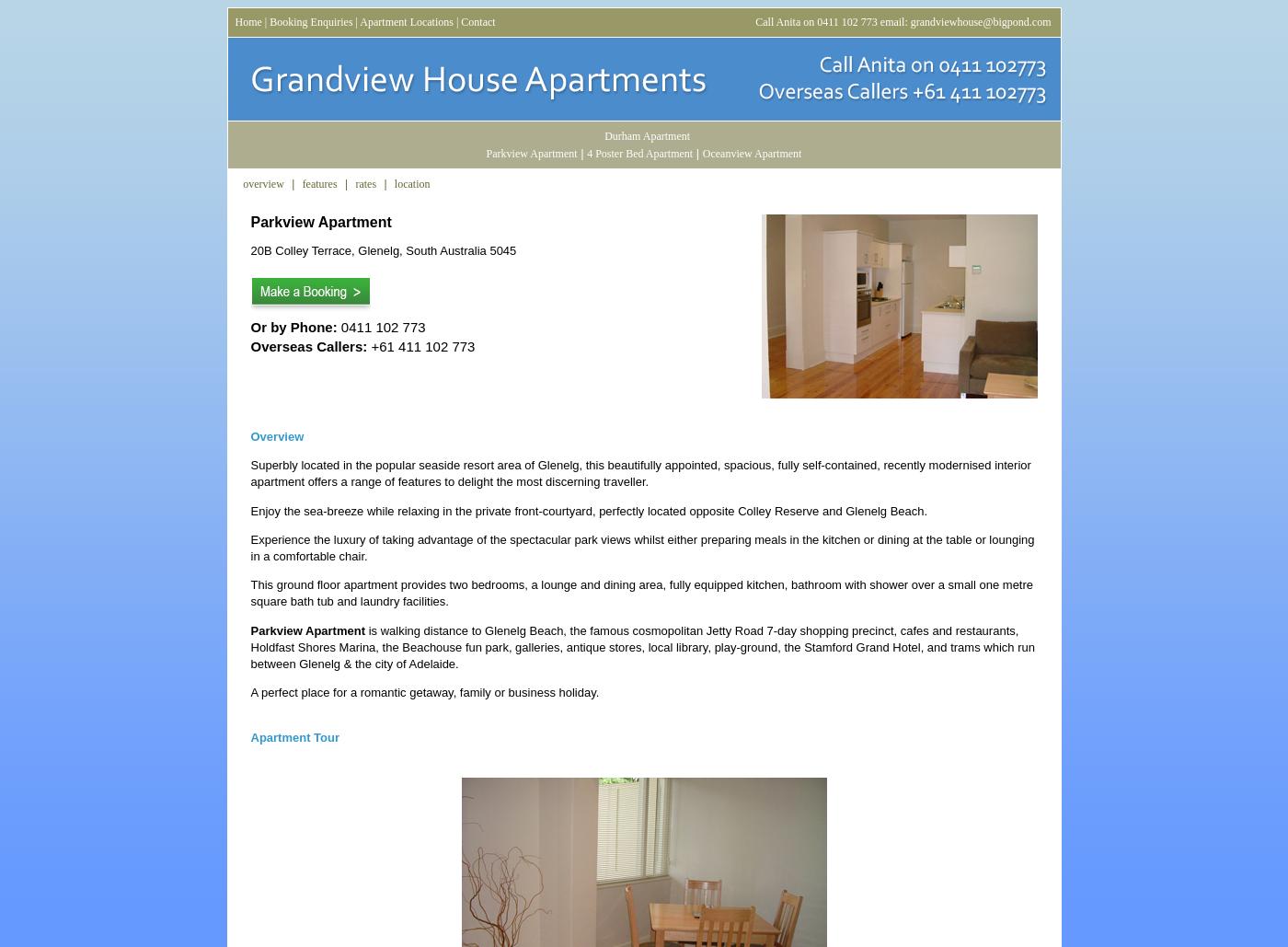  I want to click on 'Durham Apartment', so click(647, 135).